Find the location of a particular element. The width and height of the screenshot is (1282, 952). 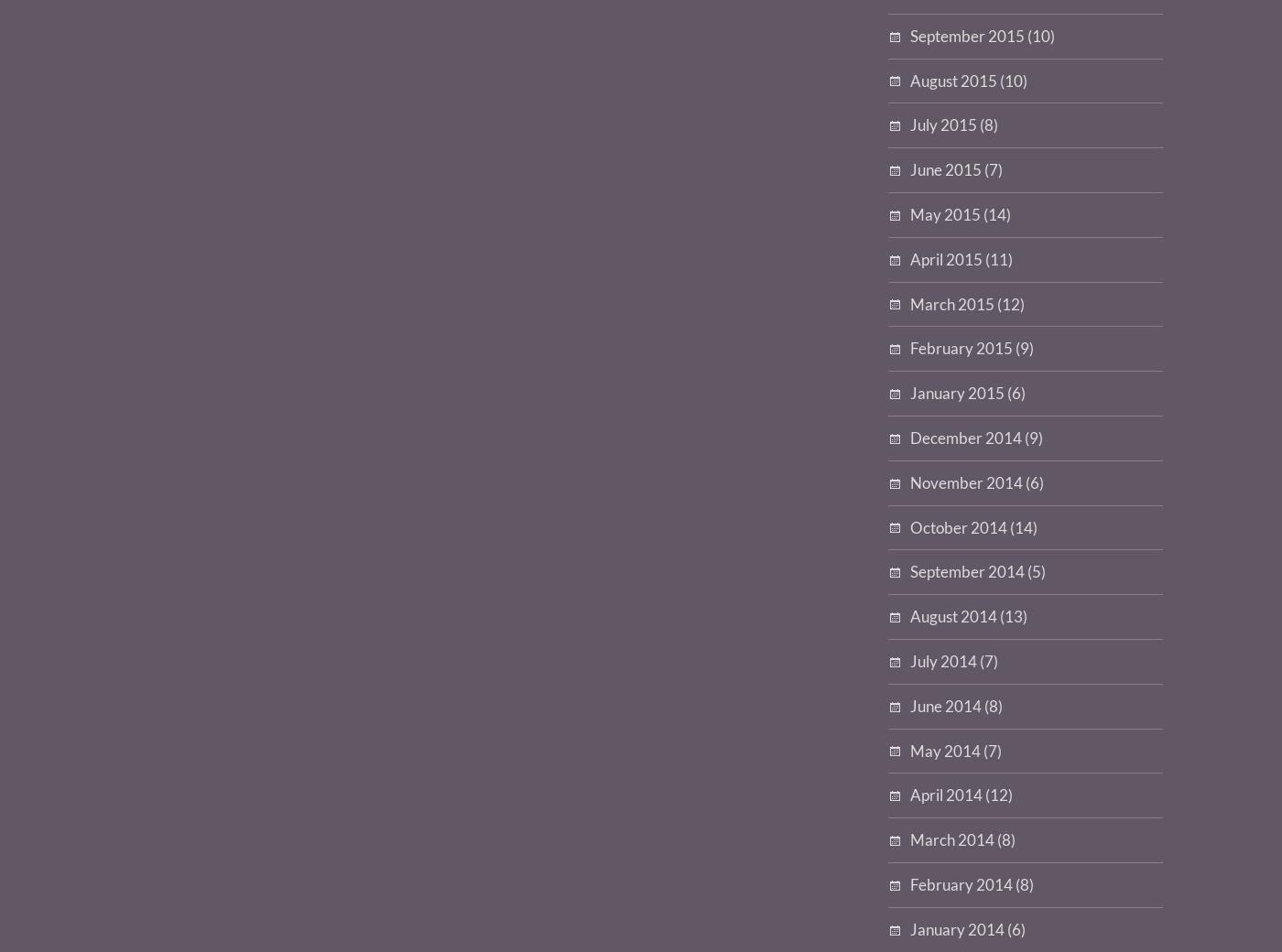

'October 2014' is located at coordinates (959, 525).